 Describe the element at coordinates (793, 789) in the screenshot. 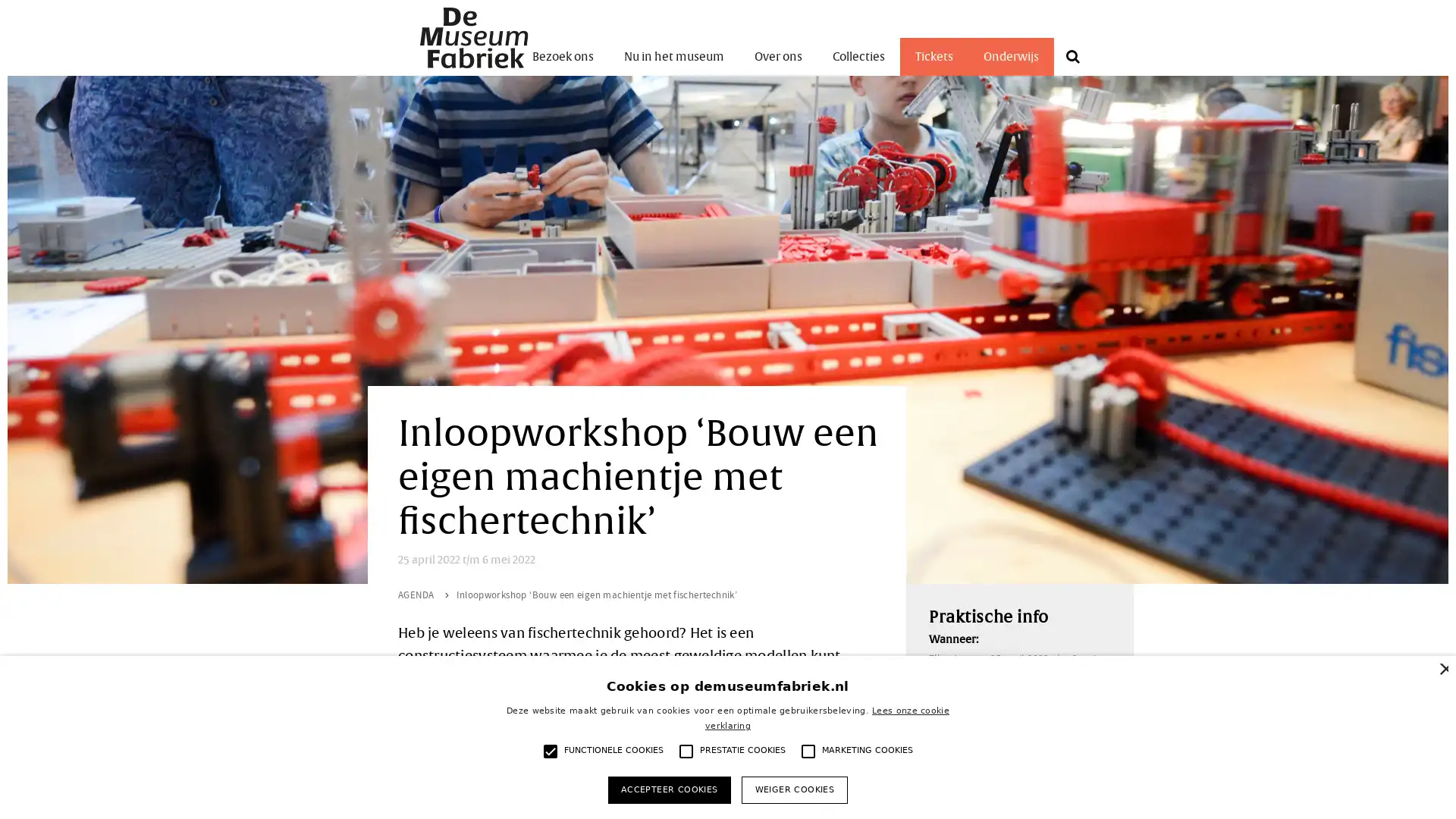

I see `WEIGER COOKIES` at that location.